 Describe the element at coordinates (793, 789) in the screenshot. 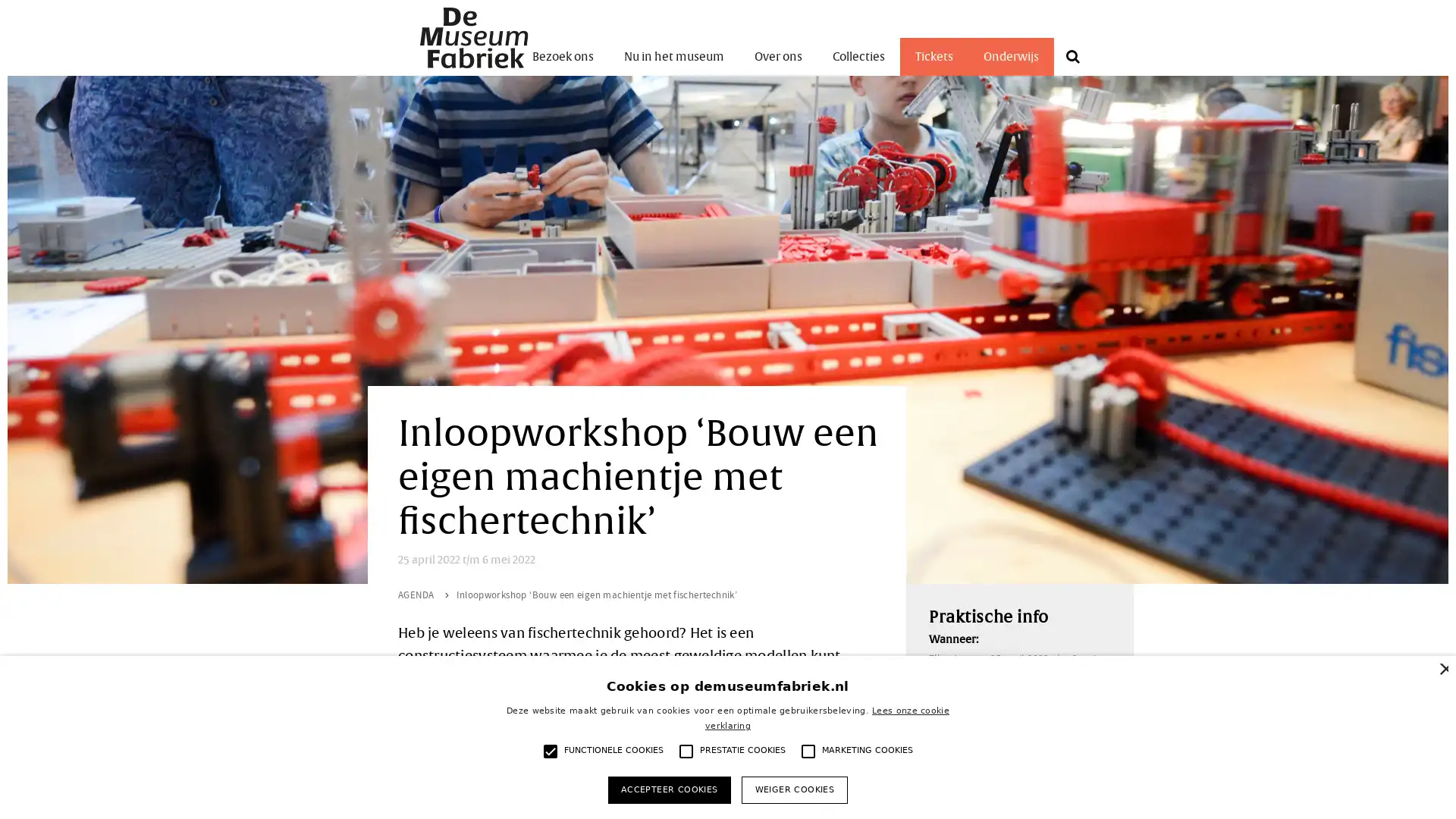

I see `WEIGER COOKIES` at that location.